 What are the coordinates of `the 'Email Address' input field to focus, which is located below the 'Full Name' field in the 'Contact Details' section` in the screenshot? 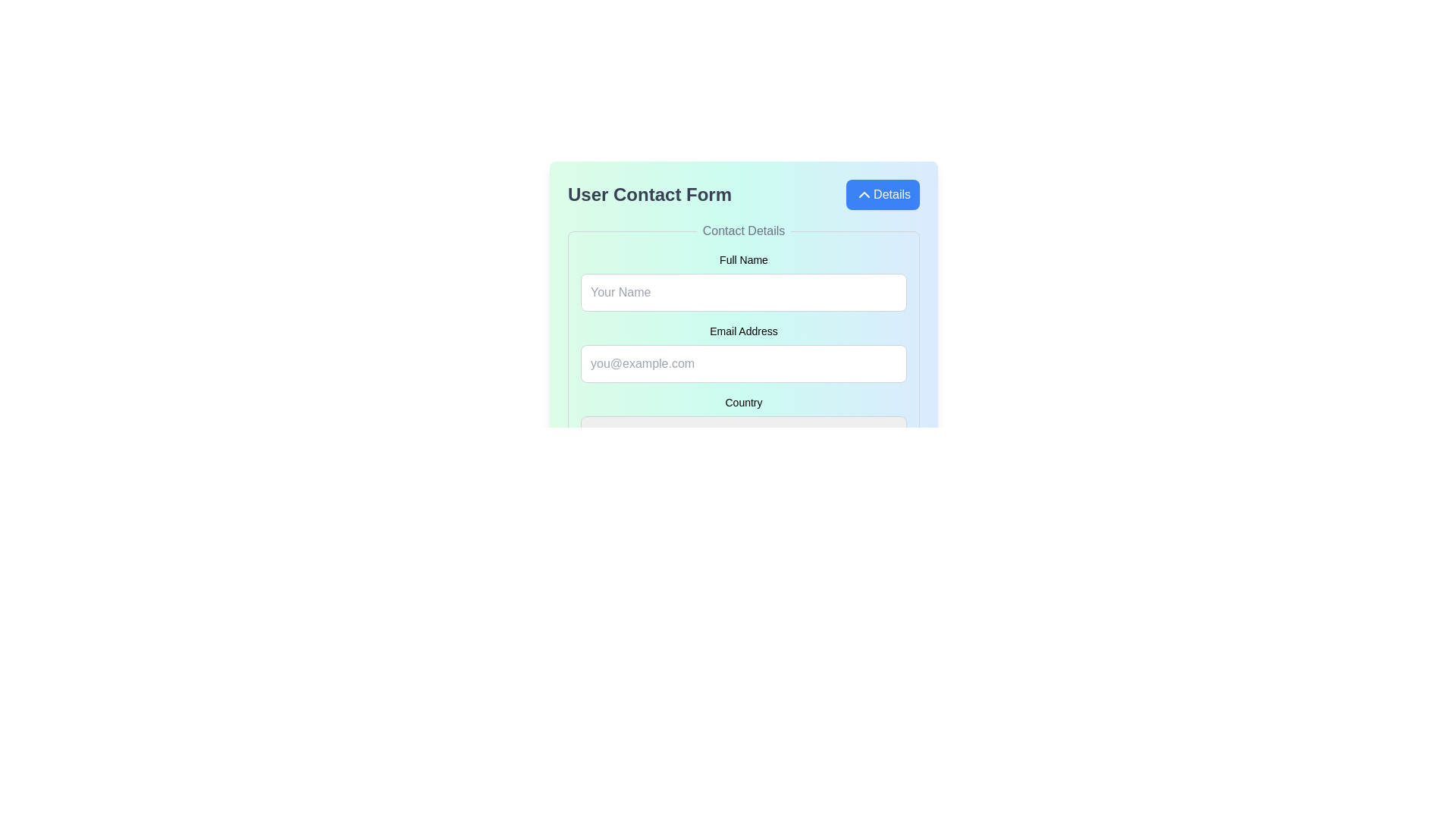 It's located at (743, 353).